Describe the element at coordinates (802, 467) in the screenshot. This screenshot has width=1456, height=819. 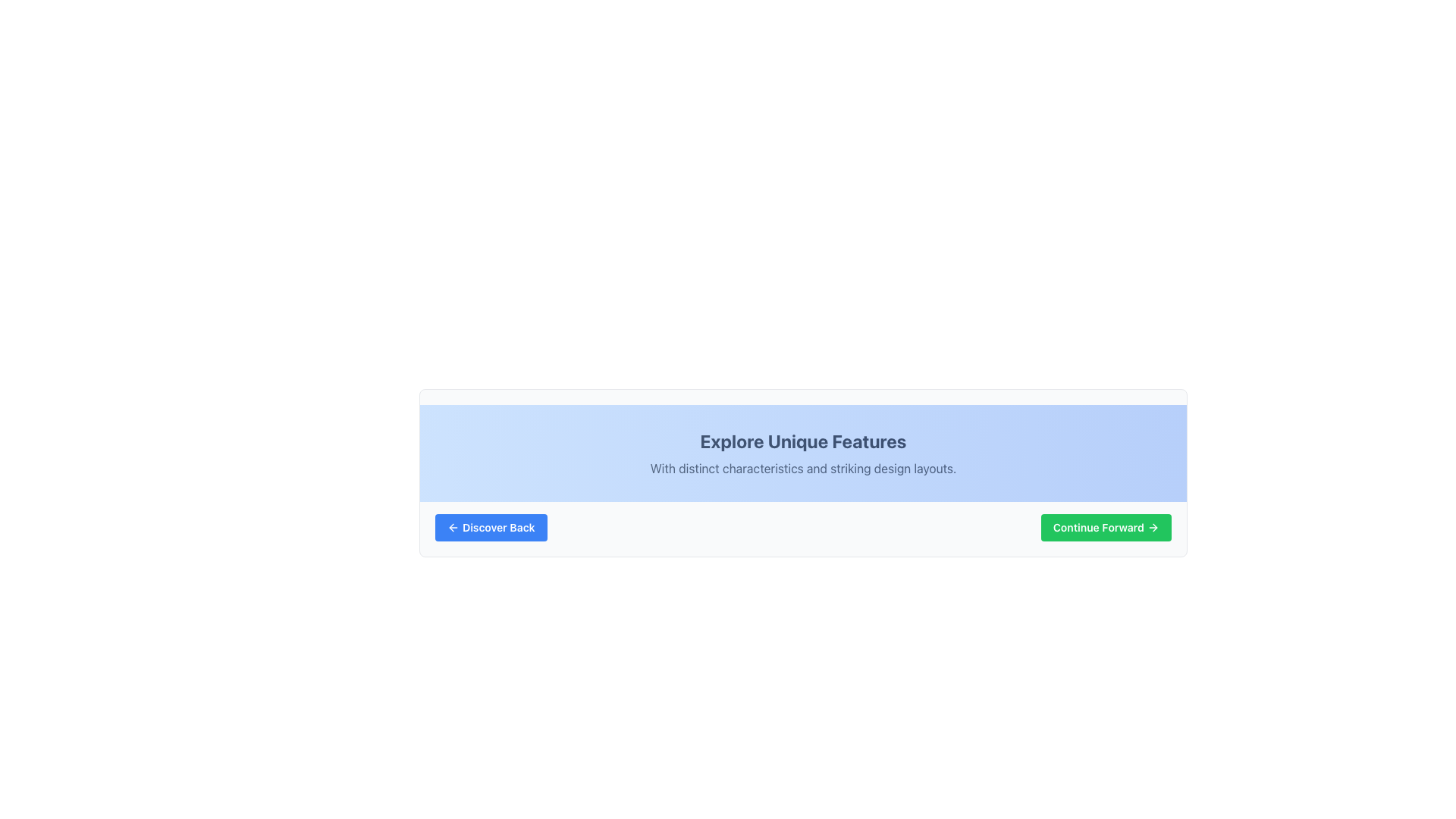
I see `the line of text that reads 'With distinct characteristics and striking design layouts.' which is styled in light gray and positioned below the bold headline 'Explore Unique Features' within a blue background section` at that location.